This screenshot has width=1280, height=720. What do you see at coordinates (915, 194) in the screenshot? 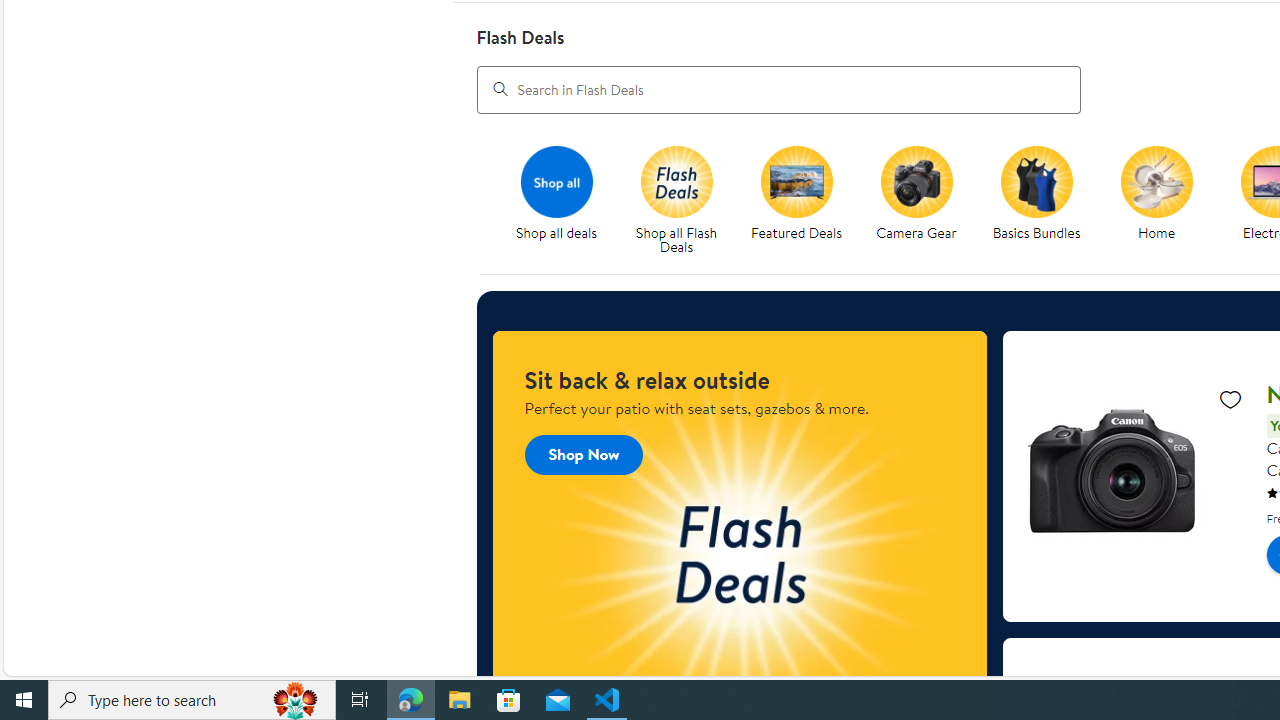
I see `'Camera Gear Camera Gear'` at bounding box center [915, 194].